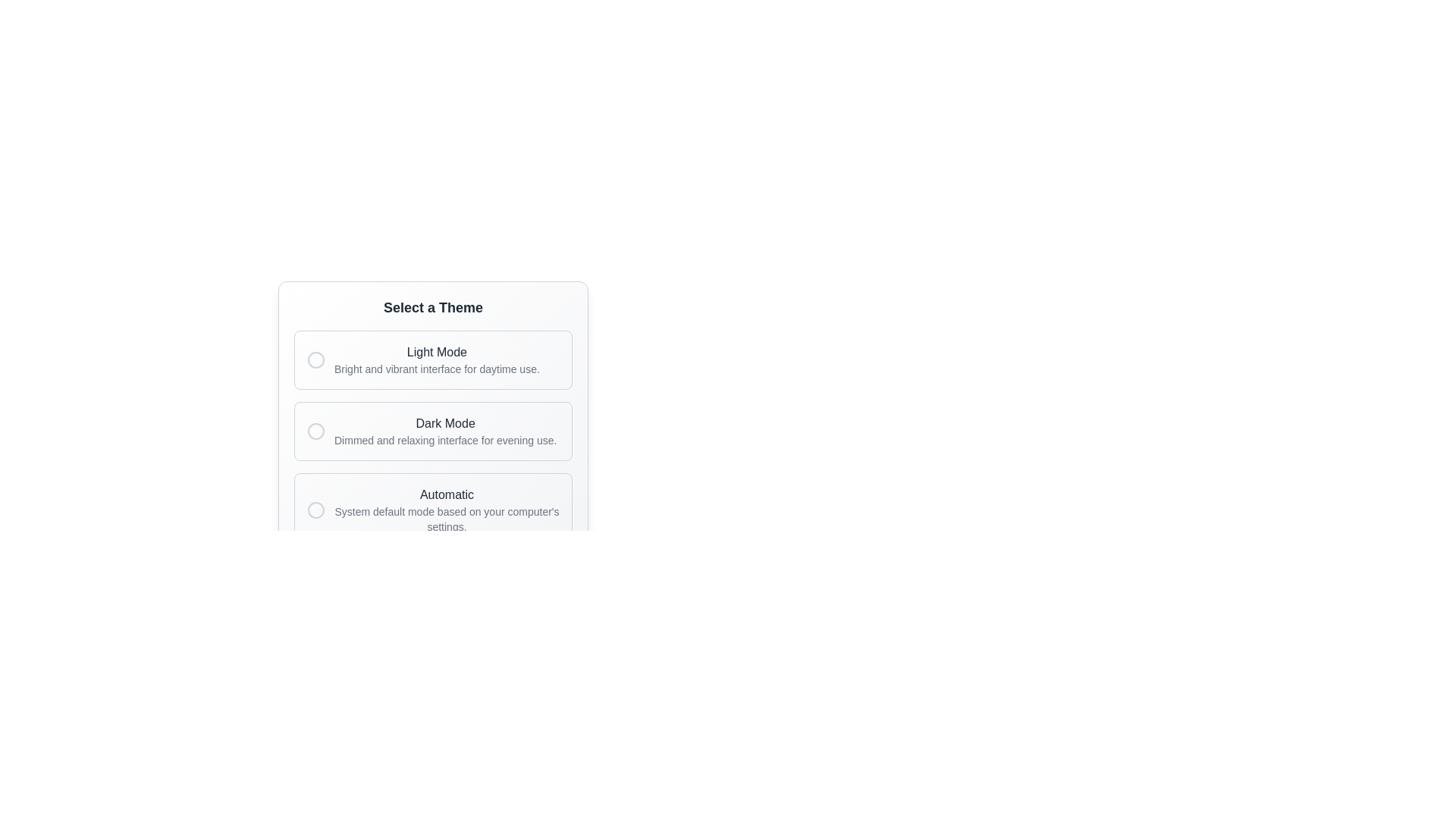 The image size is (1456, 819). I want to click on the 'Light Mode' text label, which is a medium gray colored label positioned centrally at the top of its section above a description text, so click(436, 353).